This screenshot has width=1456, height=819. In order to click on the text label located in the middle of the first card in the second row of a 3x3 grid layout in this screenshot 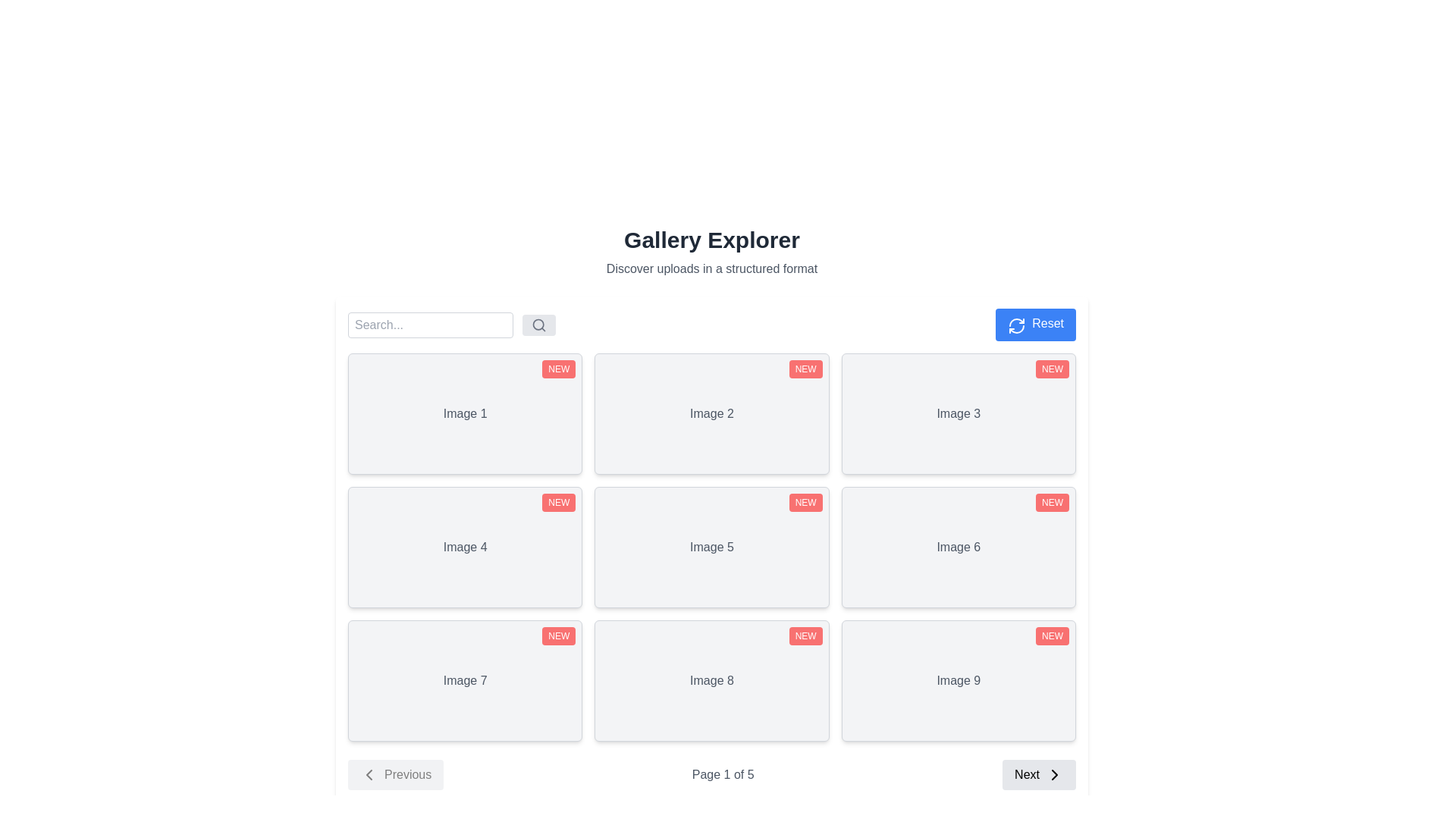, I will do `click(464, 547)`.